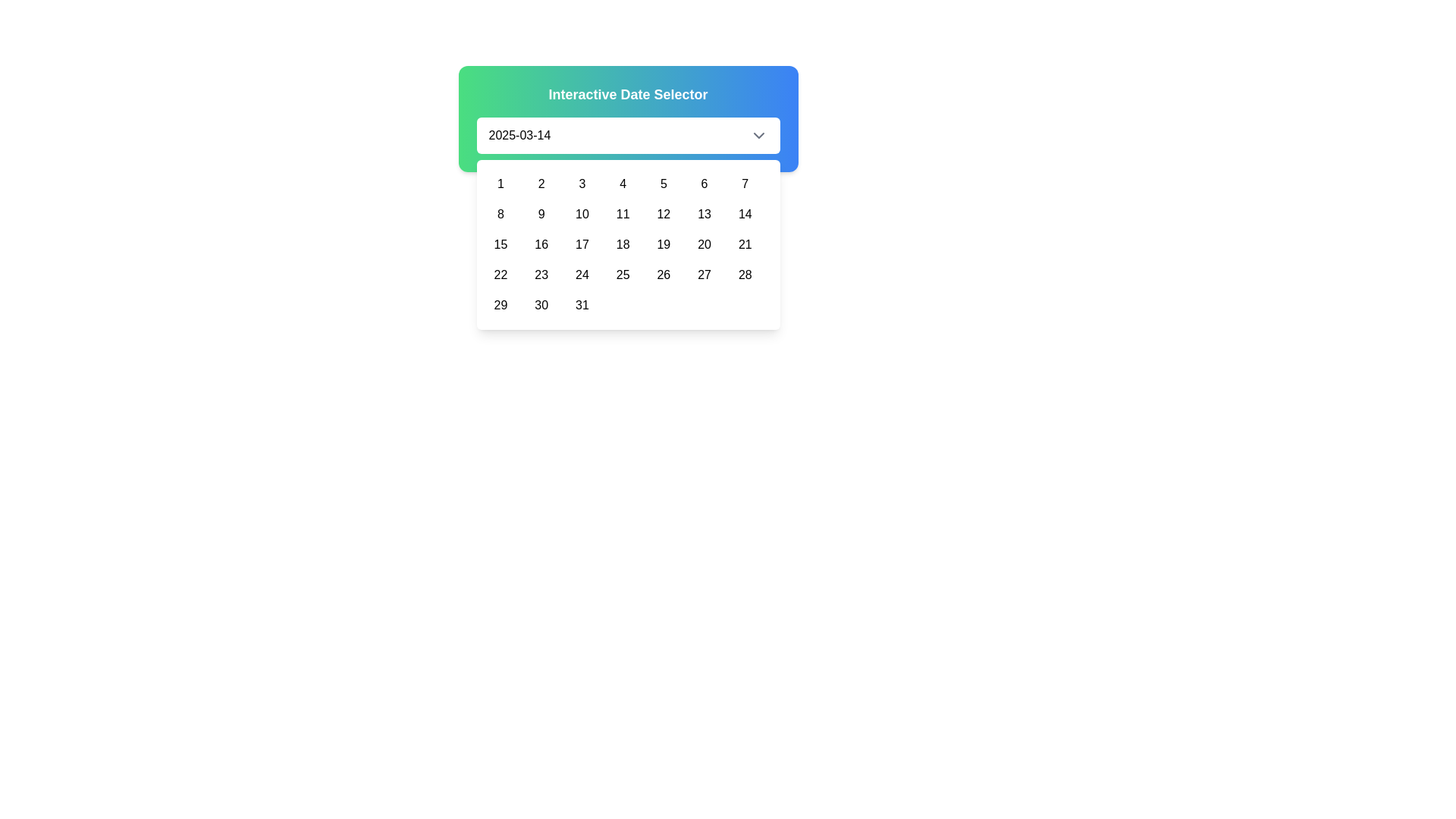 This screenshot has width=1456, height=819. I want to click on the small gray downward arrow icon (chevron), so click(758, 134).